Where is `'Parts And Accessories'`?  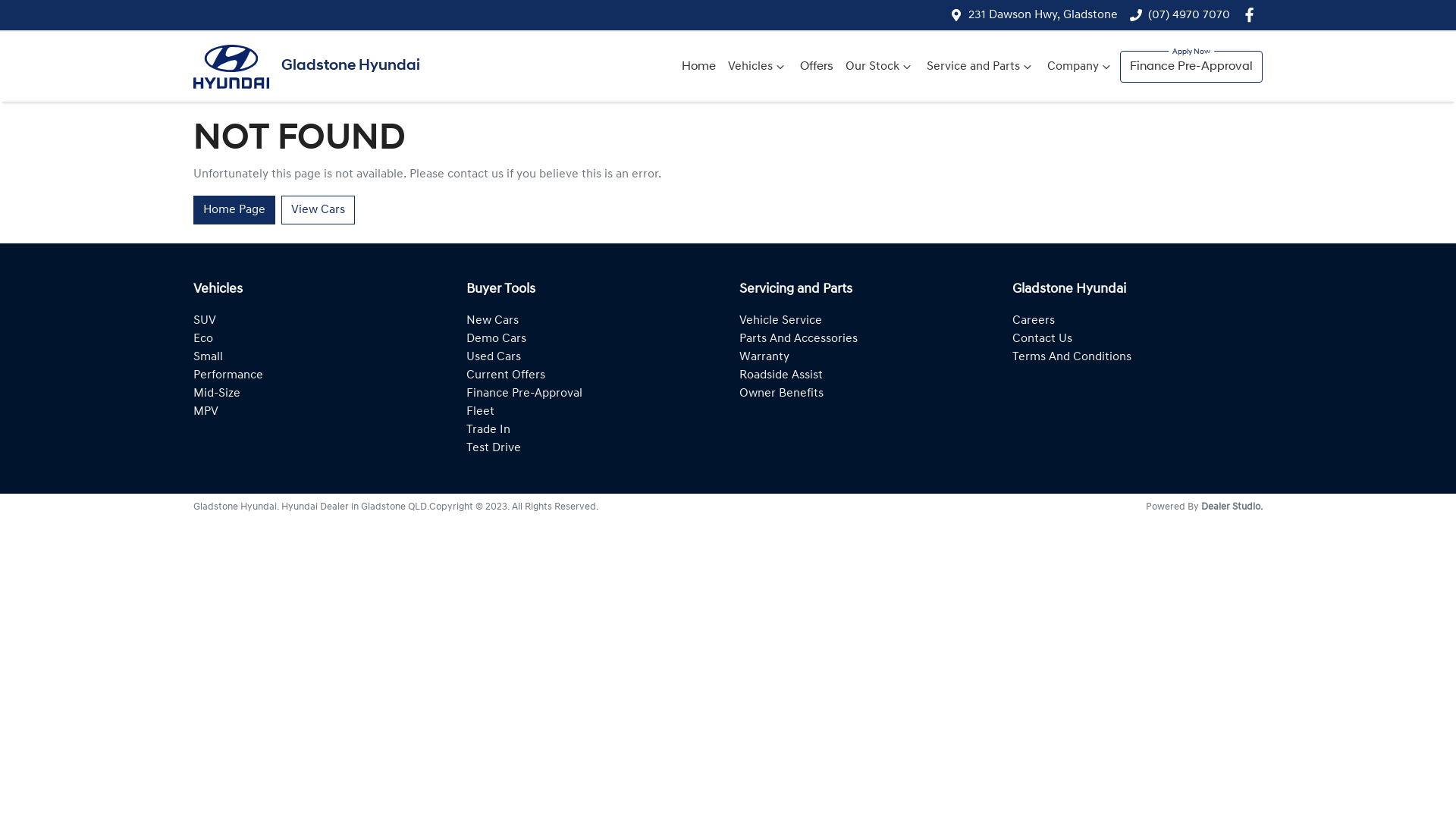 'Parts And Accessories' is located at coordinates (797, 338).